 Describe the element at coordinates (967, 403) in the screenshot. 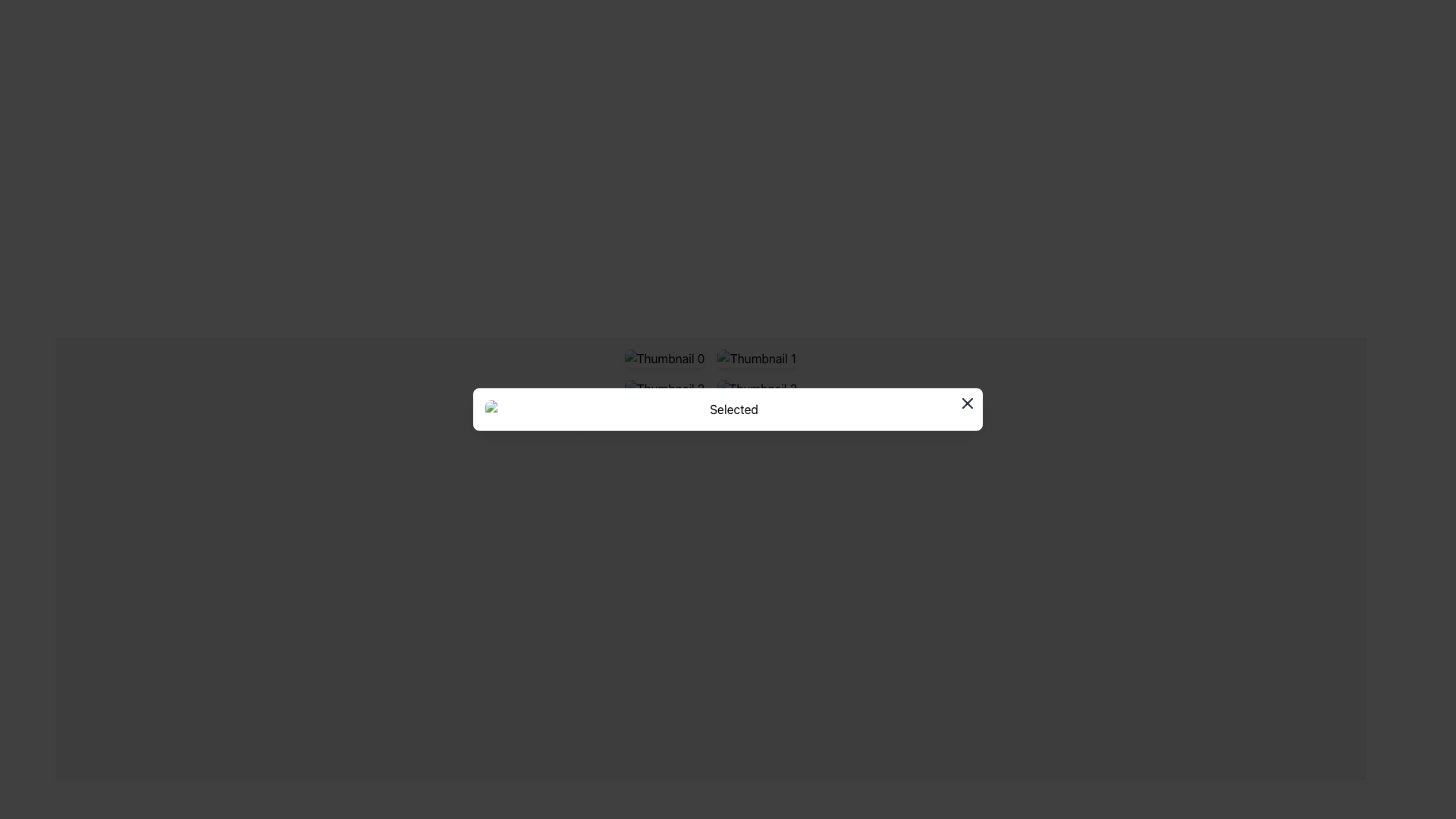

I see `the close button styled as an 'X' icon located at the top-right corner of the white modal to change its color` at that location.